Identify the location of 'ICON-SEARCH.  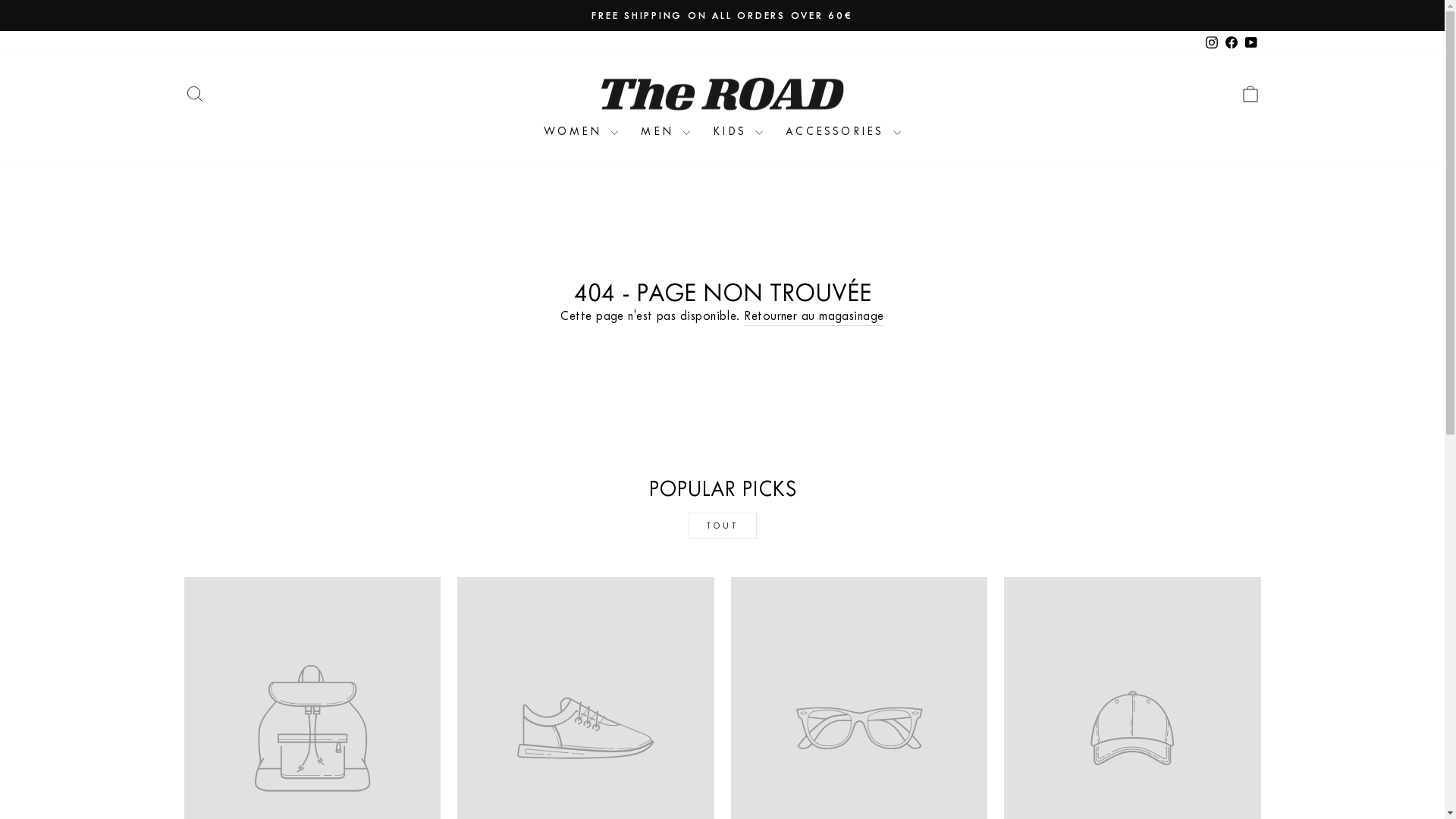
(193, 94).